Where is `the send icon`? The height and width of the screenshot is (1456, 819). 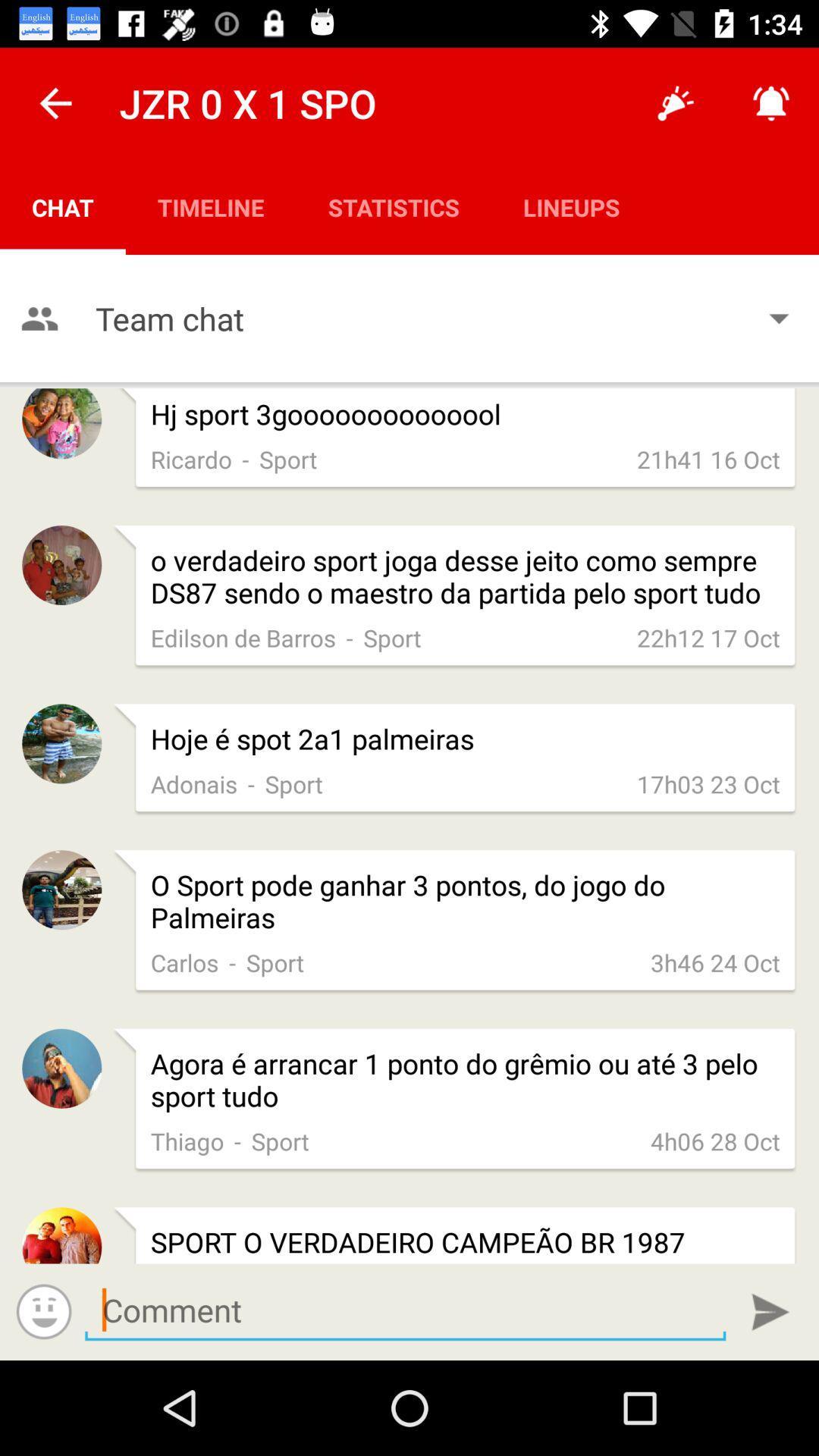 the send icon is located at coordinates (770, 1311).